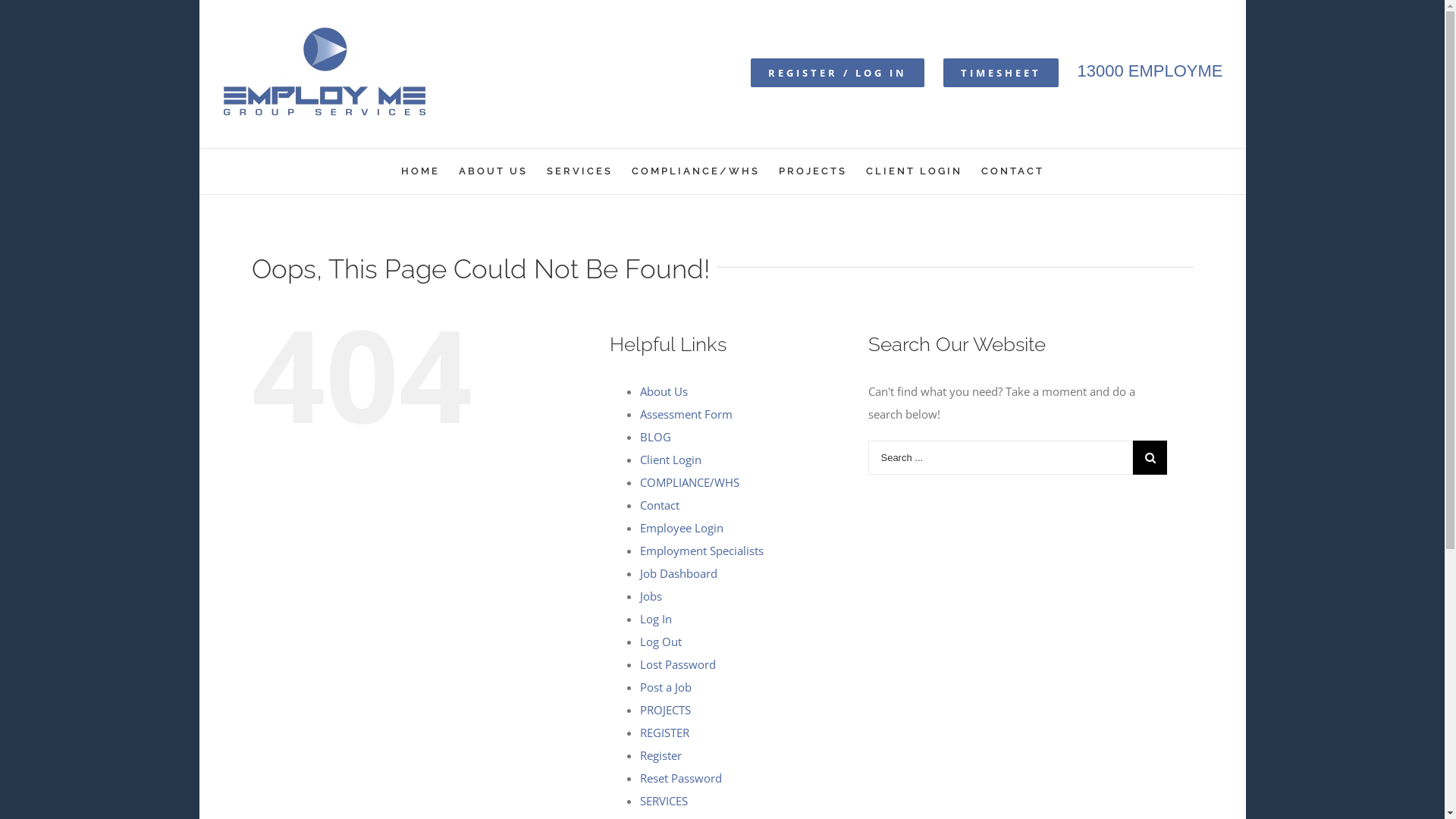 This screenshot has height=819, width=1456. What do you see at coordinates (689, 482) in the screenshot?
I see `'COMPLIANCE/WHS'` at bounding box center [689, 482].